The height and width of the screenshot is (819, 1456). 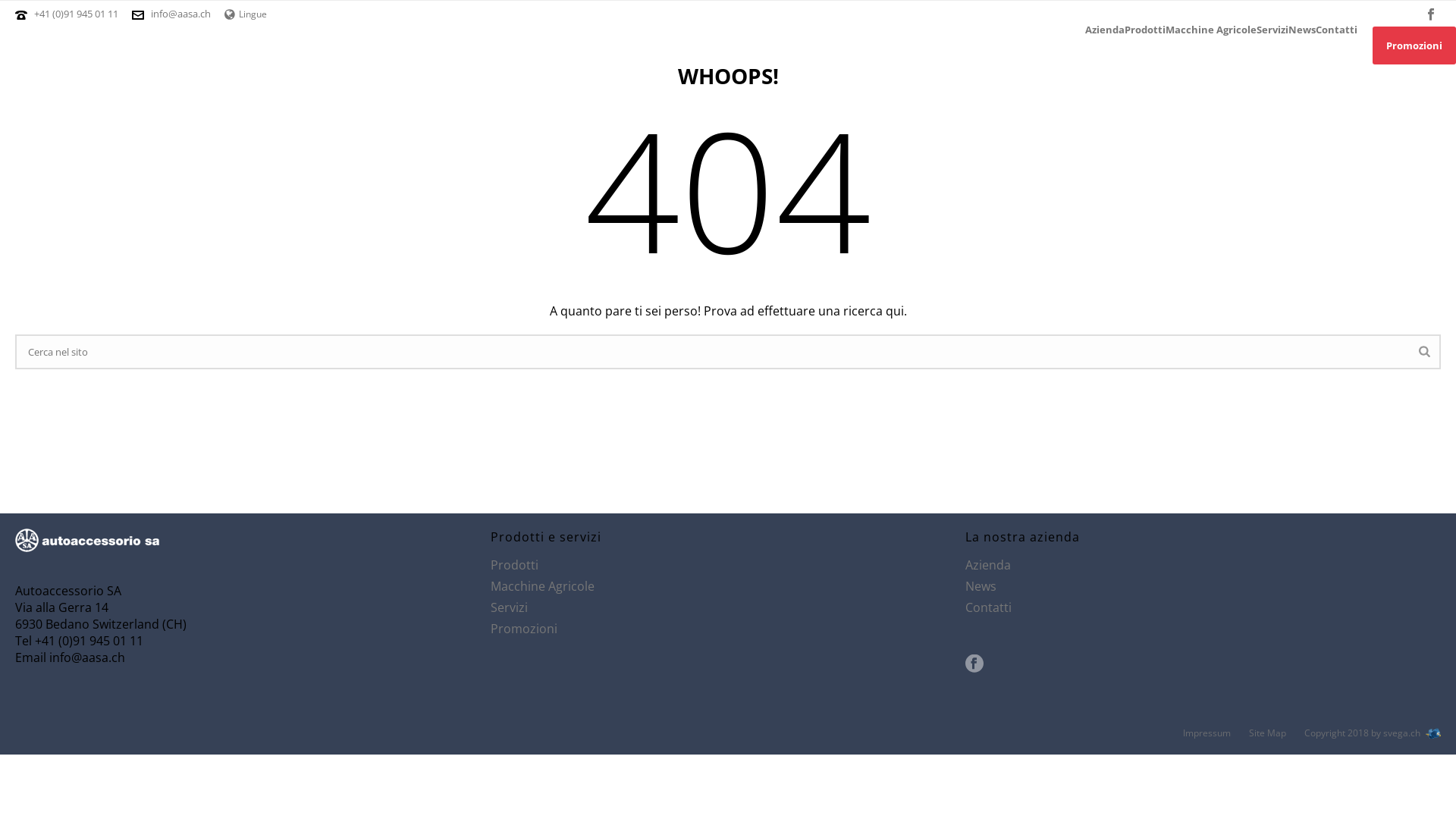 I want to click on 'info@aasa.ch', so click(x=180, y=14).